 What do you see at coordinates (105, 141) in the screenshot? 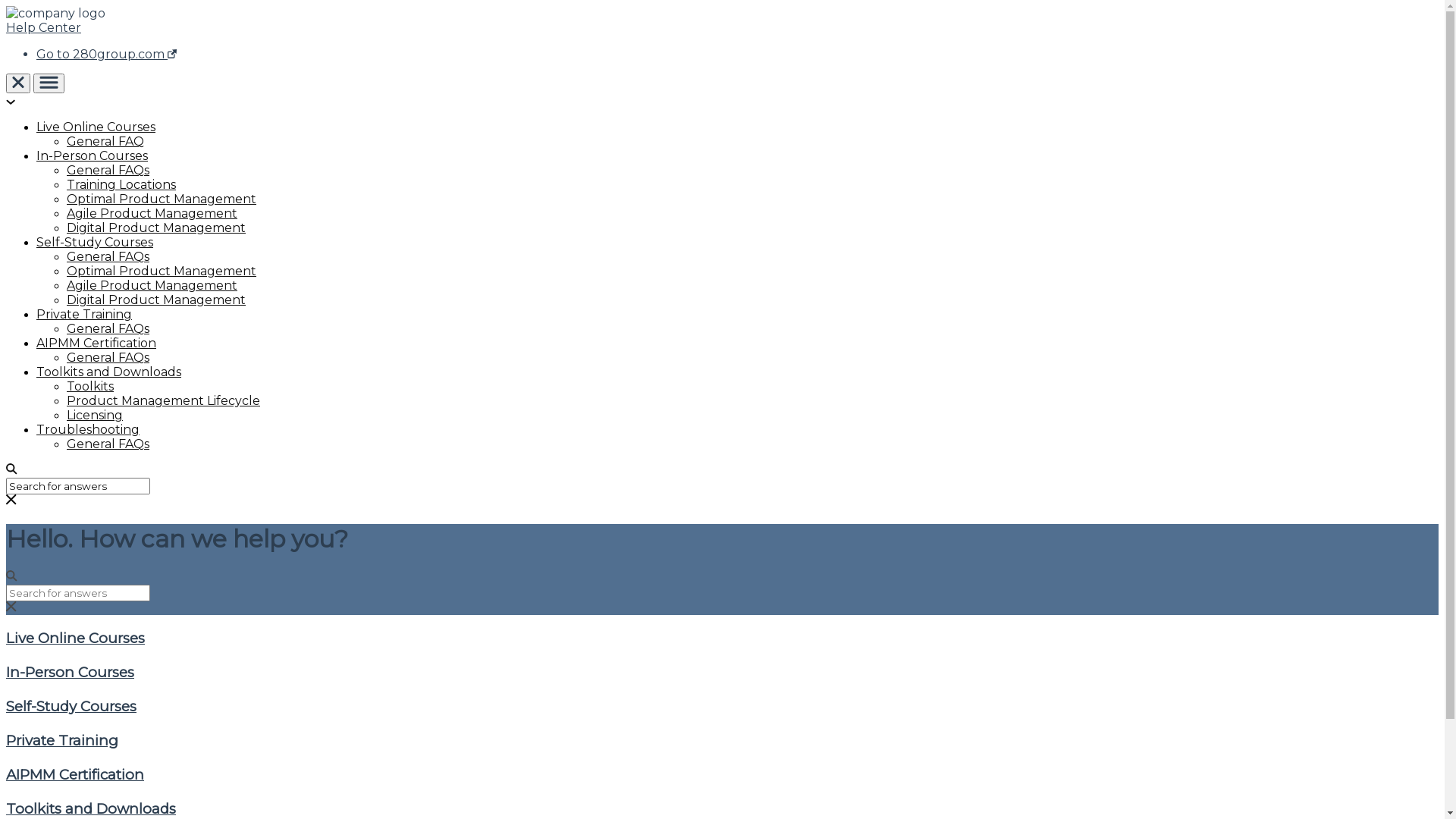
I see `'General FAQ'` at bounding box center [105, 141].